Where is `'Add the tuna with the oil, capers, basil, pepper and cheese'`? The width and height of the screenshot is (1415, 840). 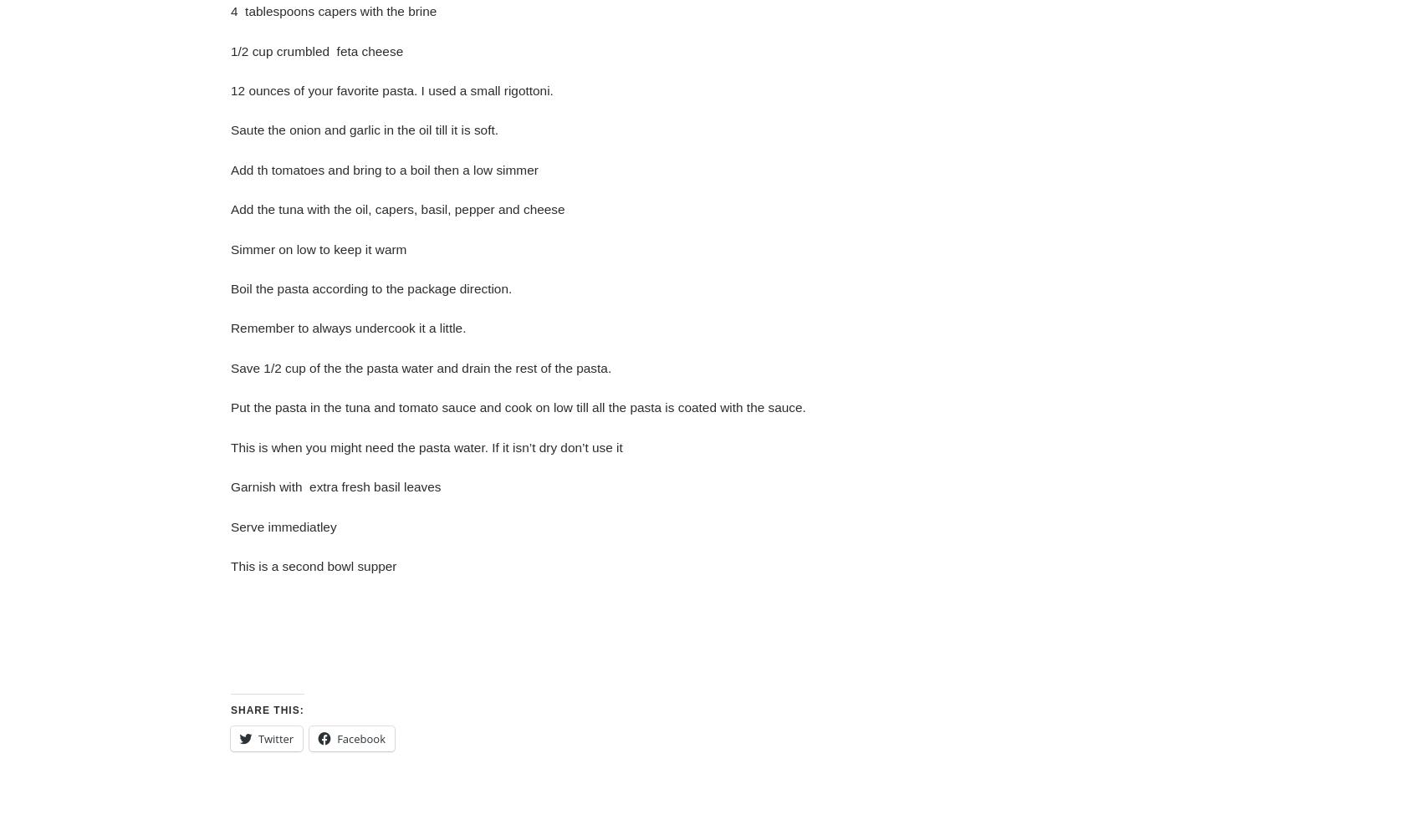 'Add the tuna with the oil, capers, basil, pepper and cheese' is located at coordinates (396, 208).